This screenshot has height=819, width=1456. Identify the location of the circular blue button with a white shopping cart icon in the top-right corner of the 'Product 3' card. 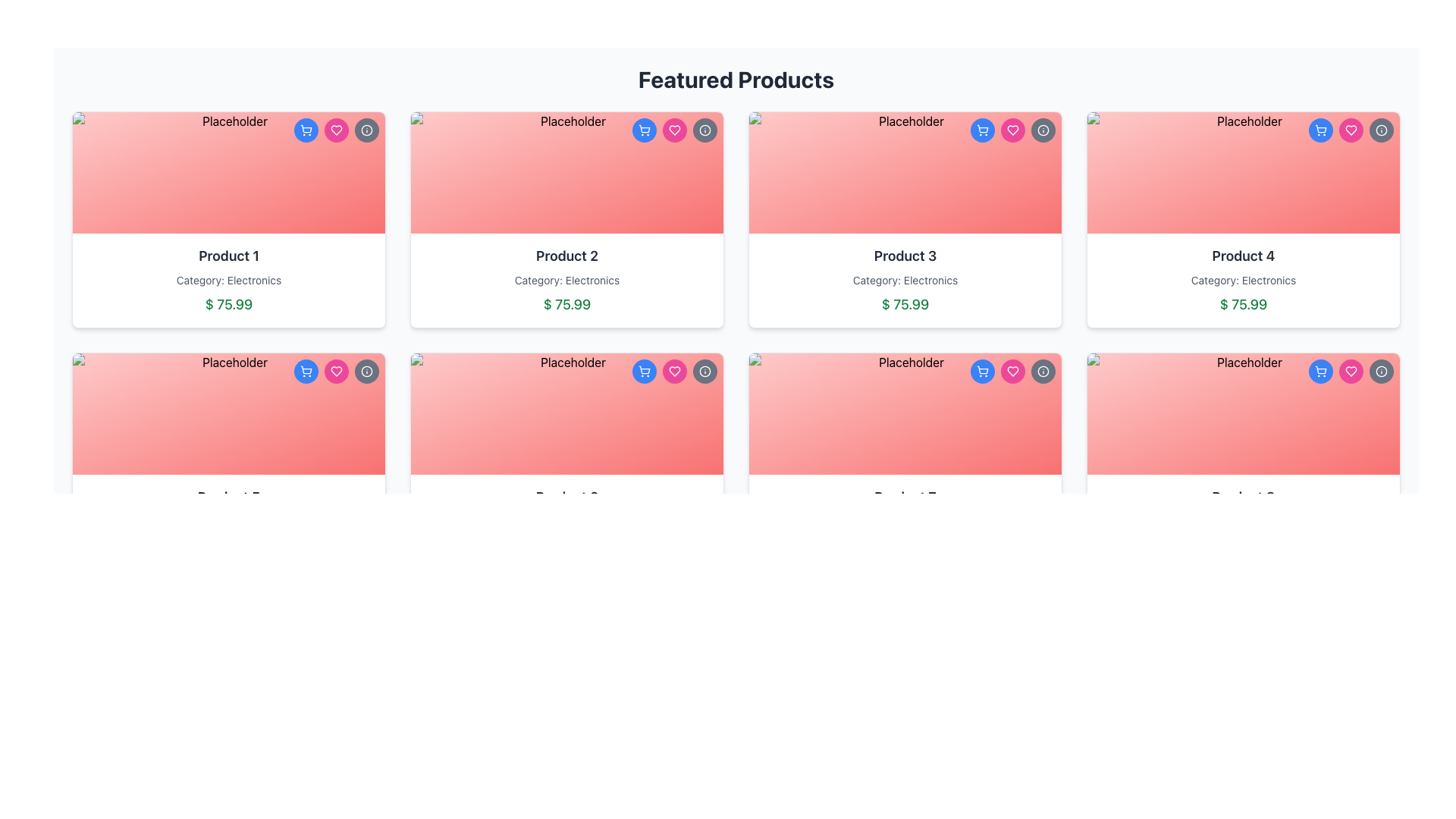
(983, 371).